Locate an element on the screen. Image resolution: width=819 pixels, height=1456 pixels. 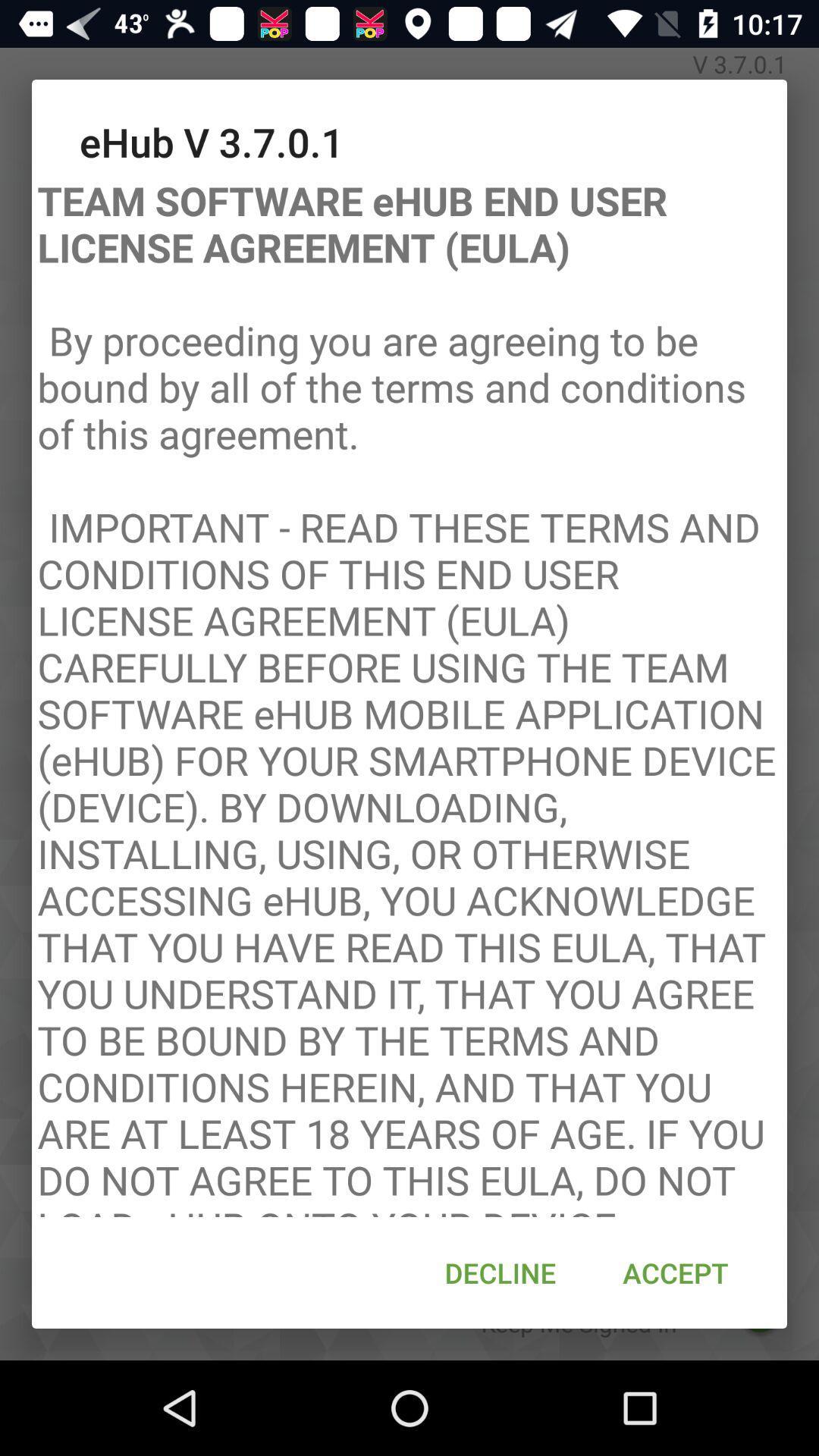
the decline icon is located at coordinates (500, 1272).